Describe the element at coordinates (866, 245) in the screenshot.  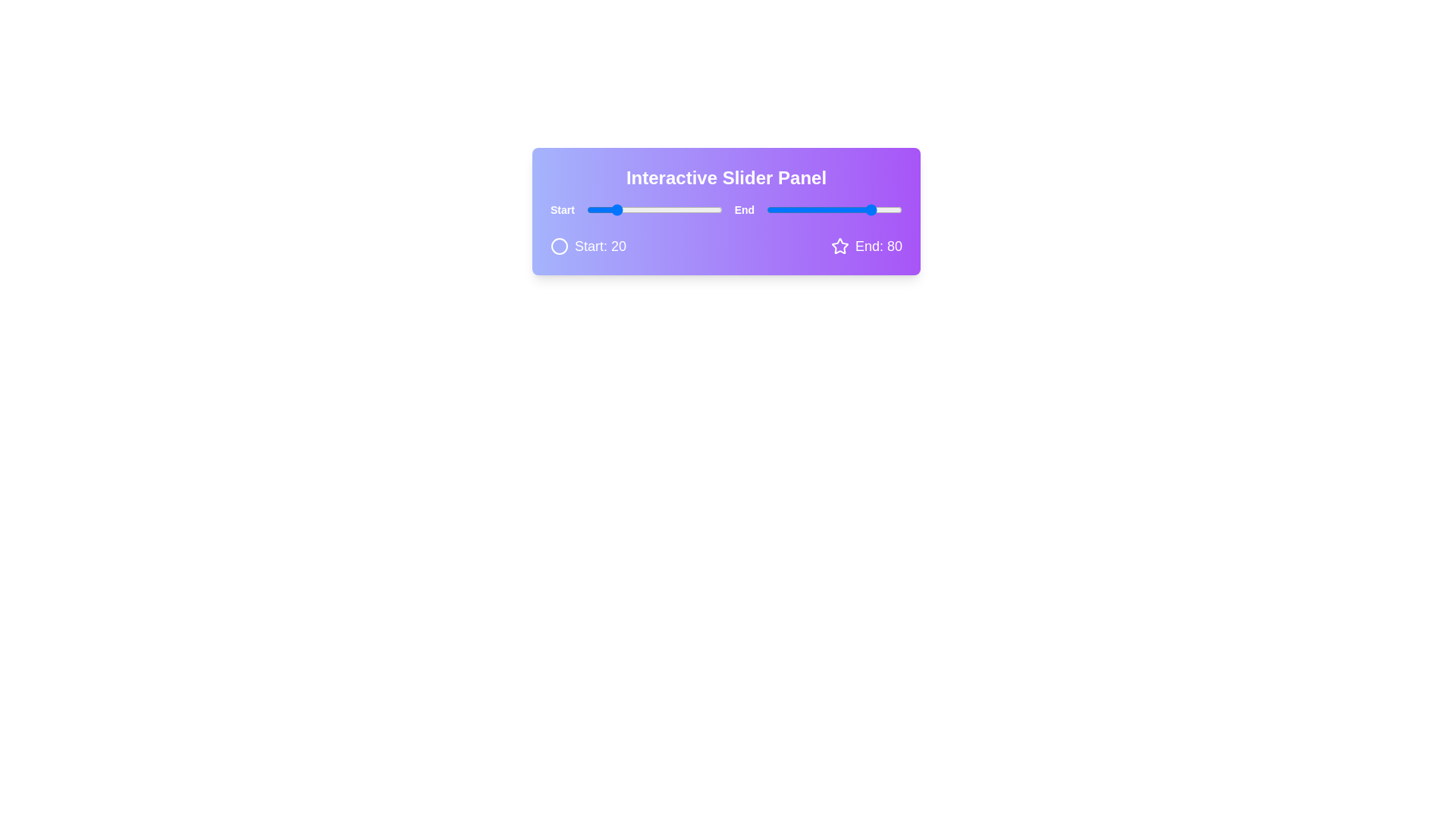
I see `the Text-and-icon label that contains a star icon followed by the text 'End: 80', which is styled with a gradient background and is positioned to the right of the 'Start: 20' label` at that location.